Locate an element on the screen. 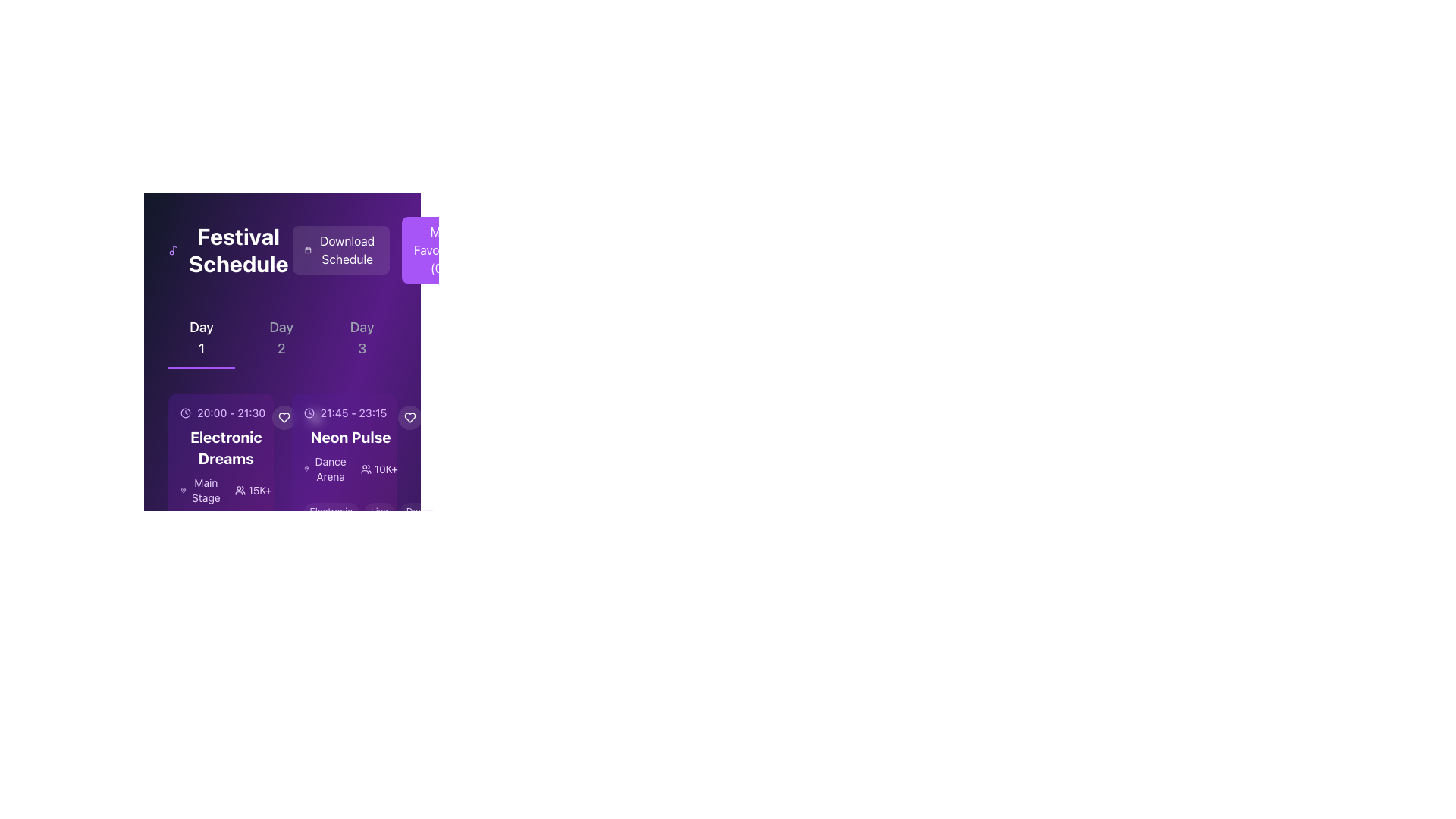 The height and width of the screenshot is (819, 1456). 'Live' label, which is a pill-shaped label with light purple text and a white semi-transparent background, located centrally as the second item in a row of three labels under the 'Neon Pulse' event is located at coordinates (379, 512).